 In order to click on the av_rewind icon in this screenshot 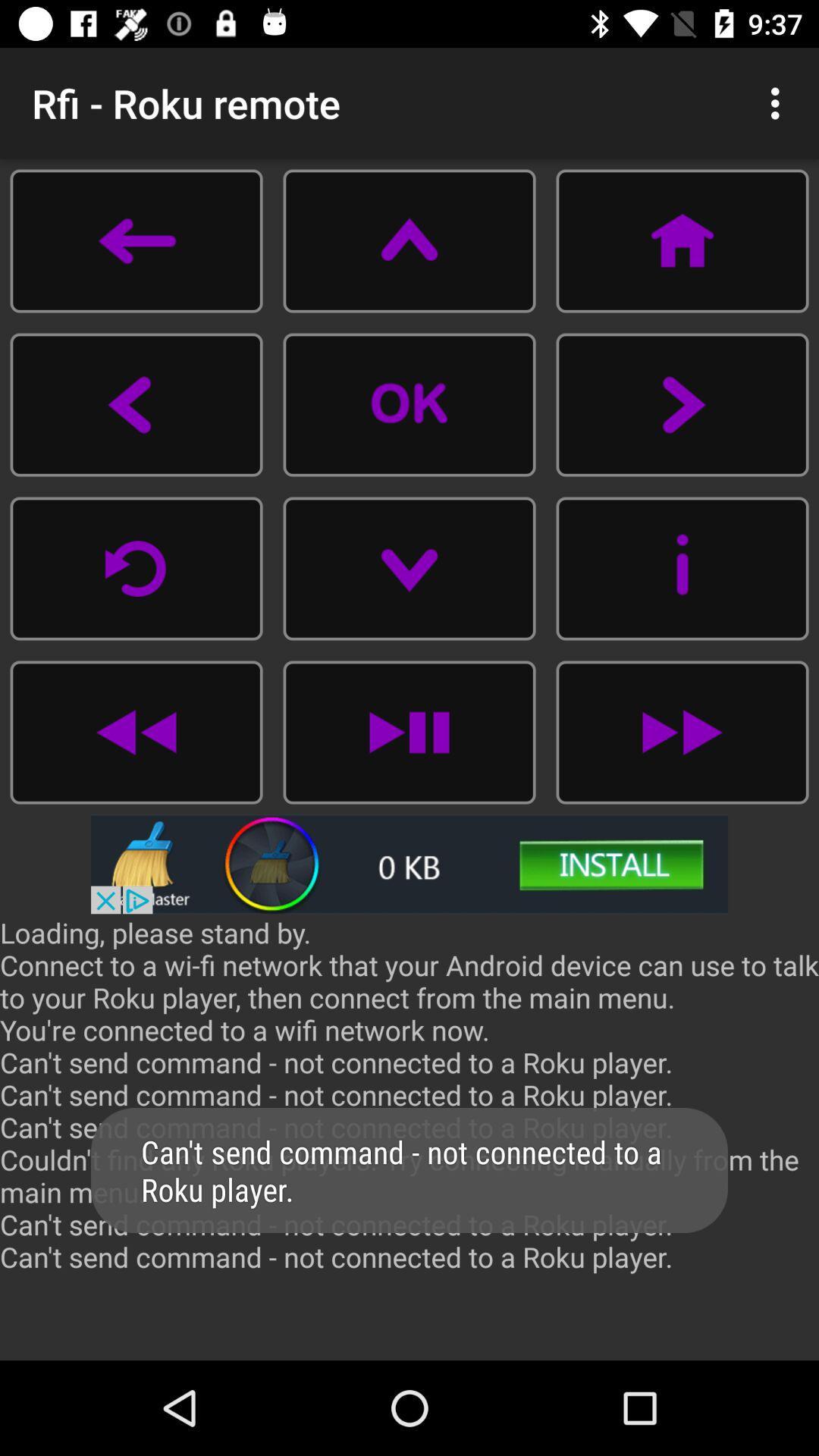, I will do `click(136, 732)`.